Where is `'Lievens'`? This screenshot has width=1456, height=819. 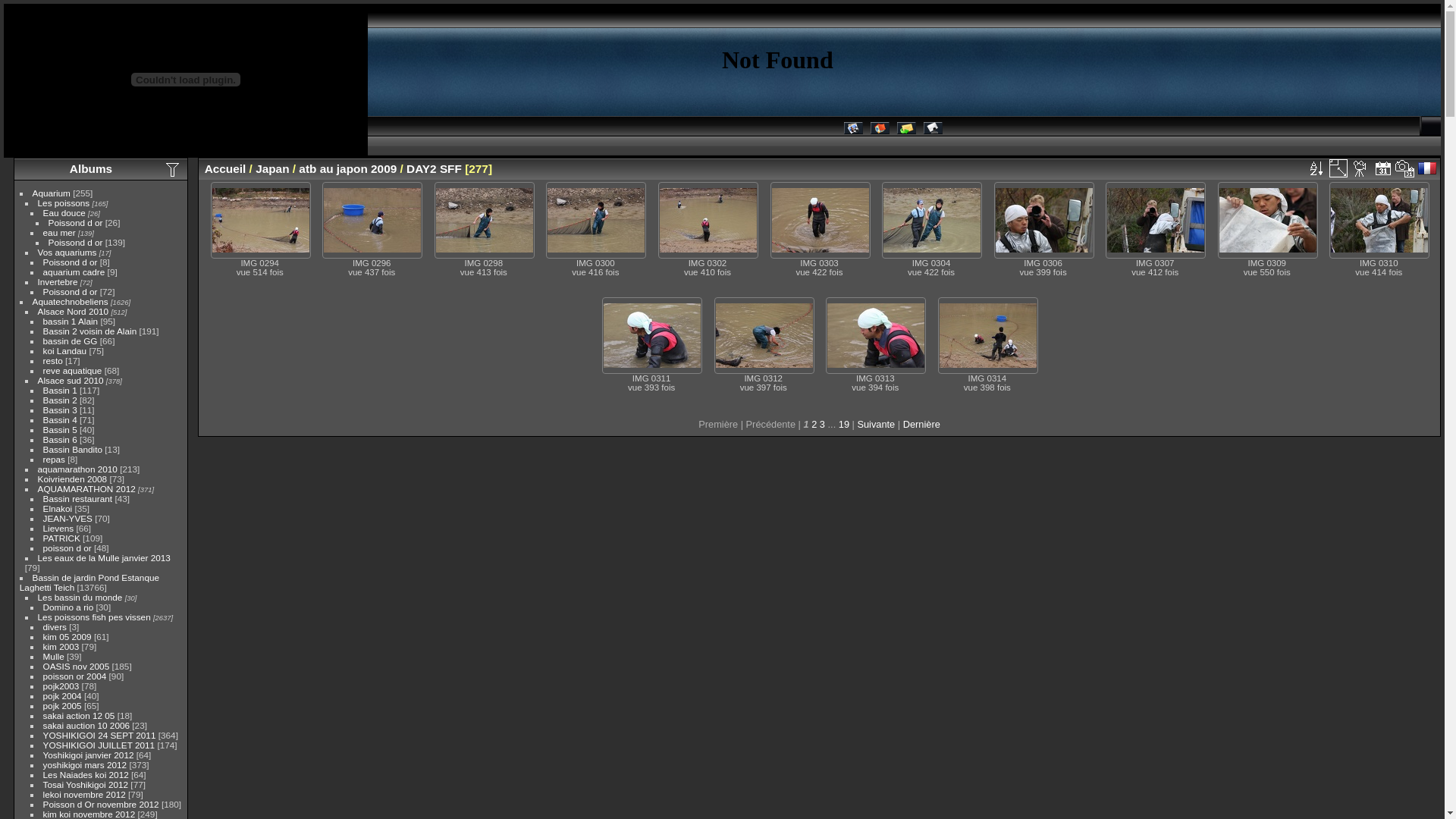
'Lievens' is located at coordinates (58, 527).